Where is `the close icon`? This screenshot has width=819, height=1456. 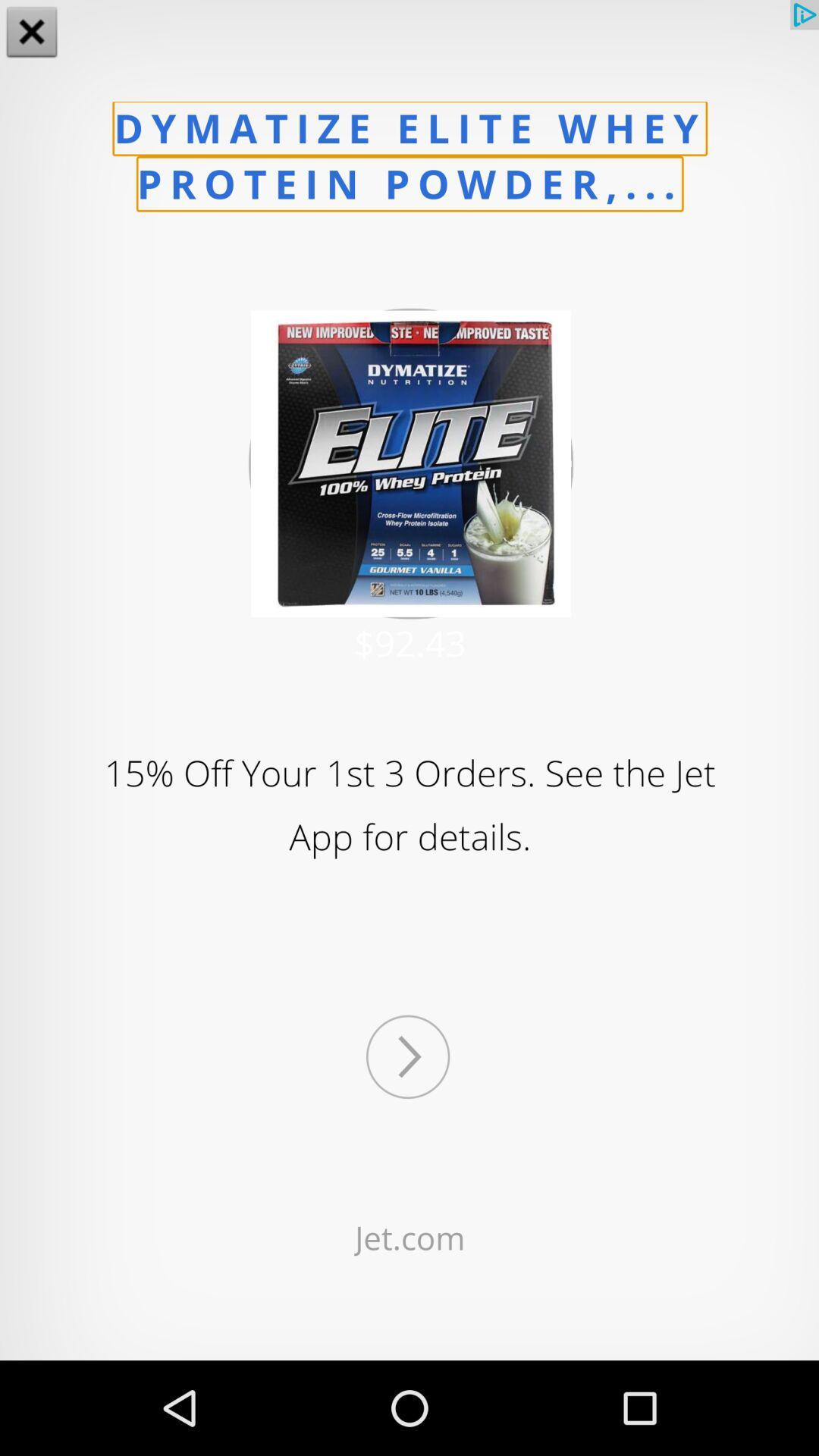
the close icon is located at coordinates (32, 32).